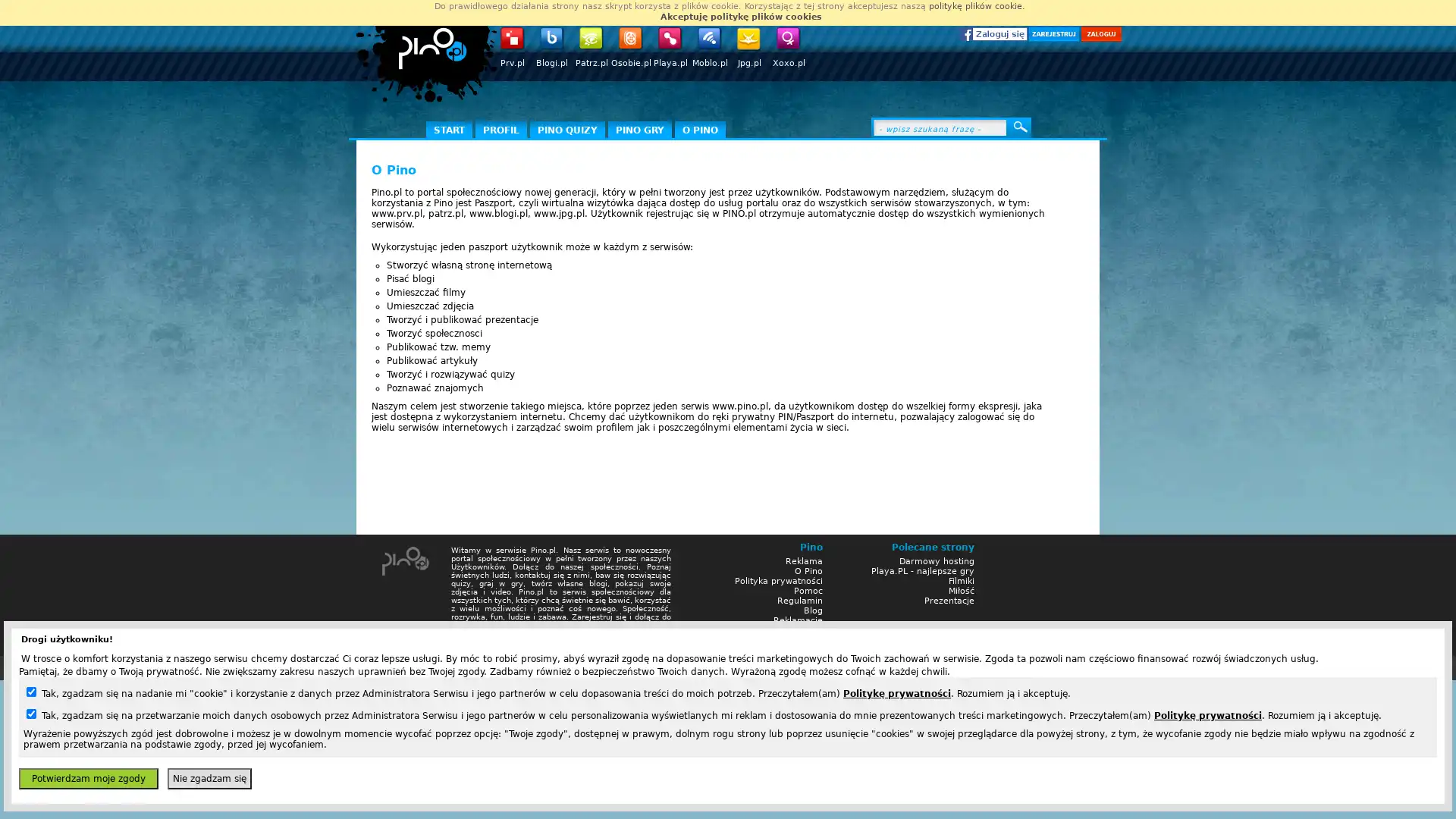 The image size is (1456, 819). I want to click on Nie zgadzam sie, so click(209, 778).